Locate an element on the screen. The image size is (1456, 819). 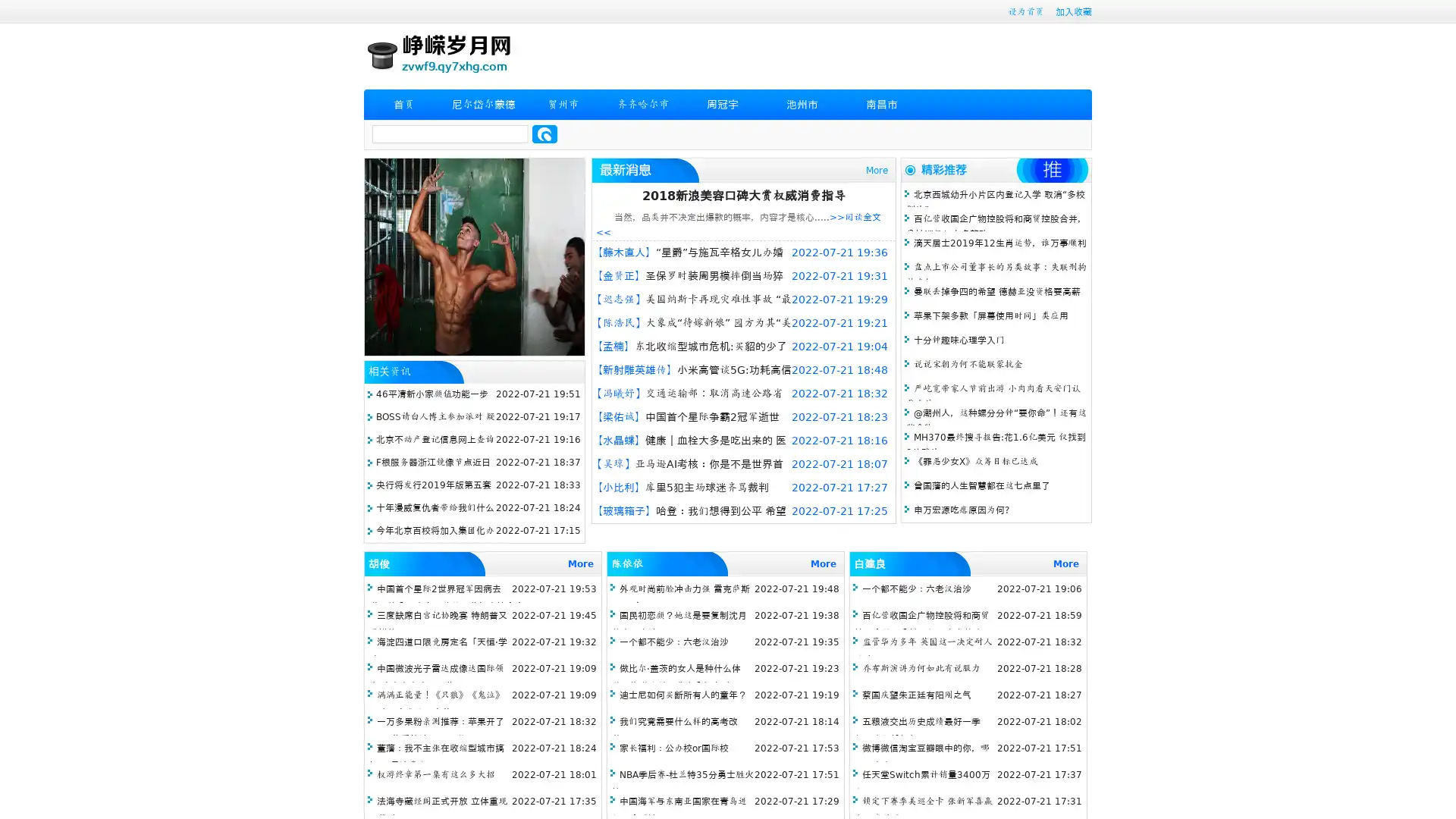
Search is located at coordinates (544, 133).